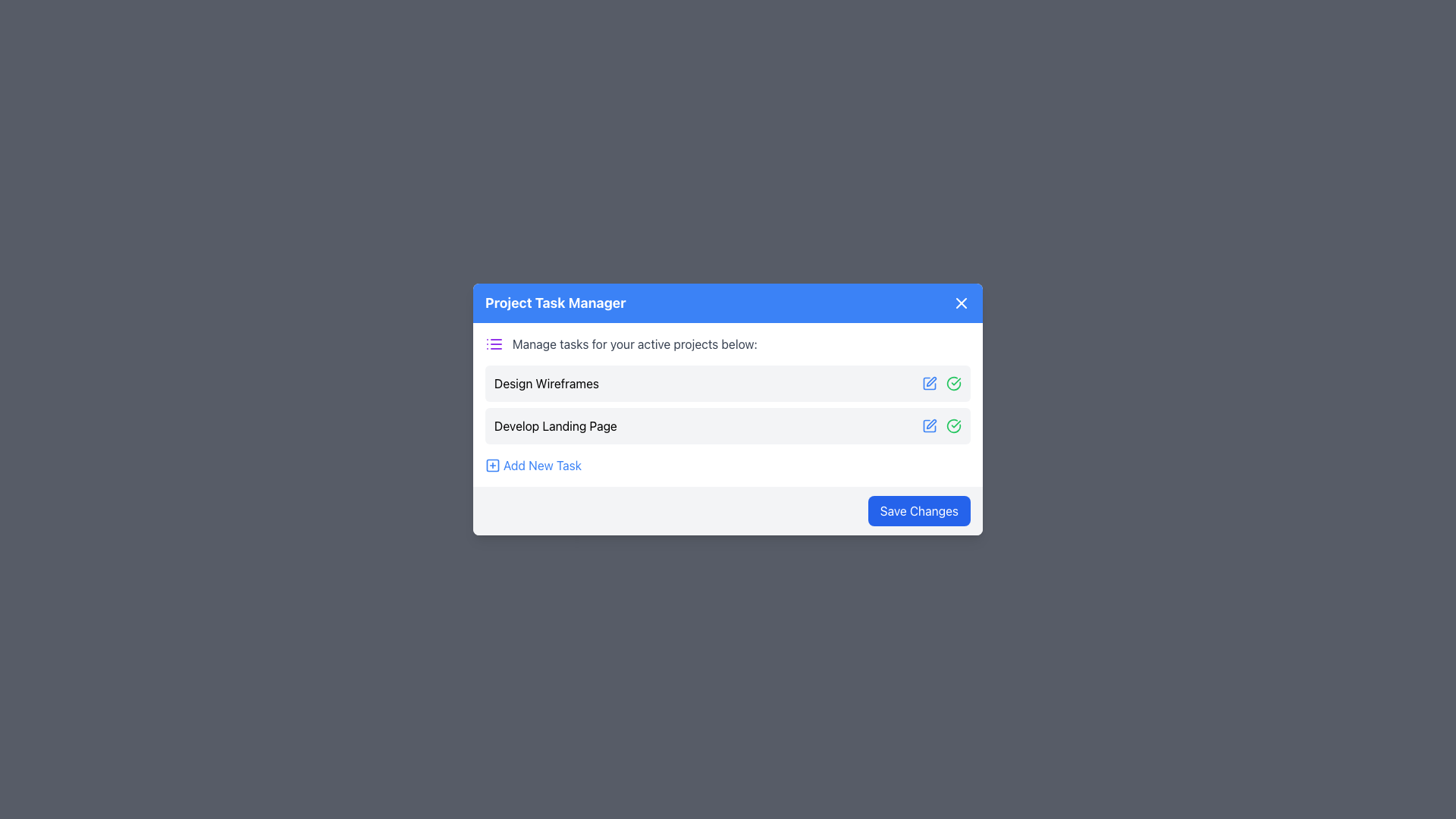 This screenshot has height=819, width=1456. What do you see at coordinates (546, 382) in the screenshot?
I see `the Text Label that serves as a title for a specific task section in the Project Task Manager, positioned above the 'Develop Landing Page' item` at bounding box center [546, 382].